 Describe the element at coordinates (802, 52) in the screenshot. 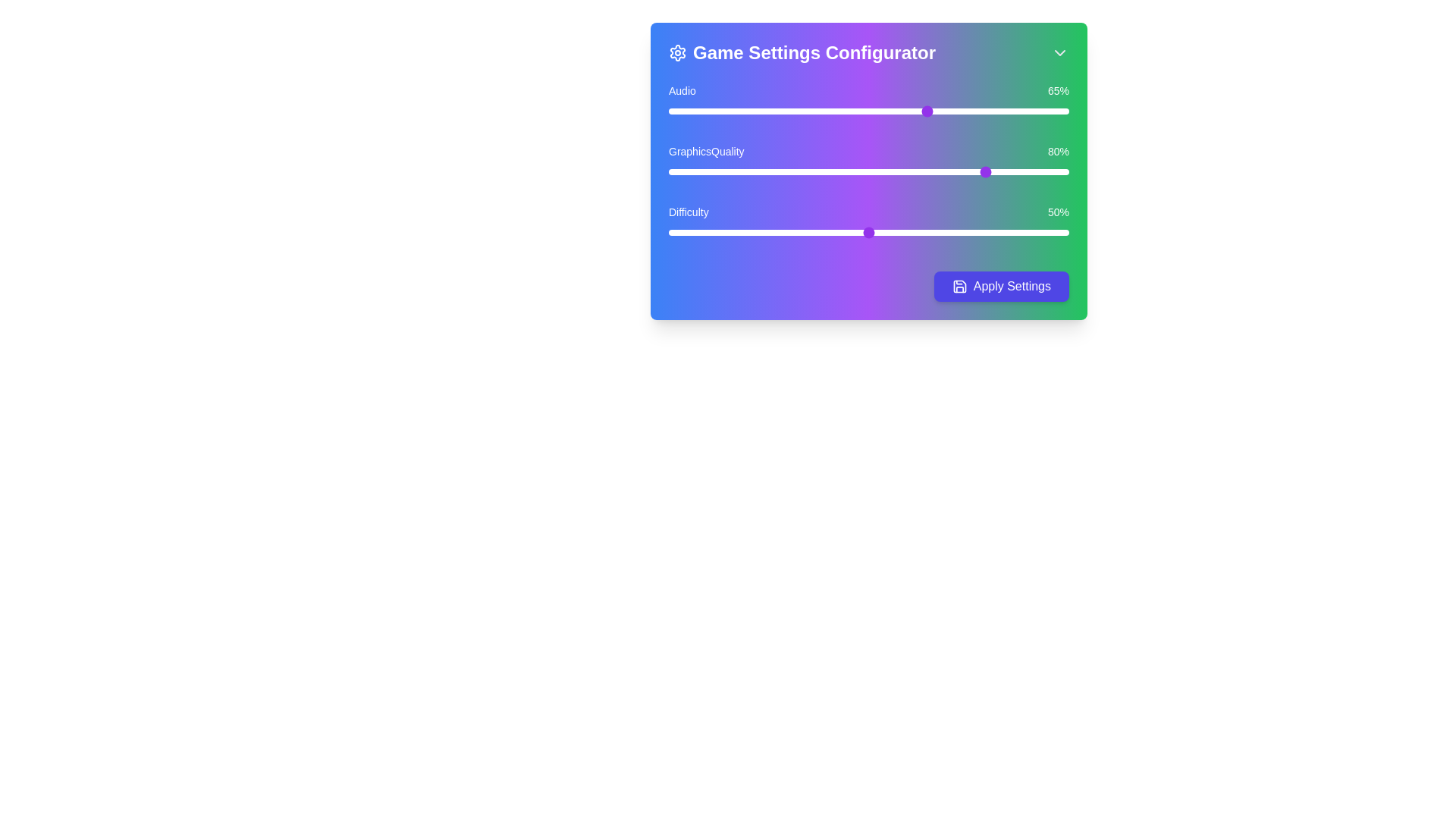

I see `the label indicating the title of the settings panel, which is the 'Game Settings Configurator'` at that location.